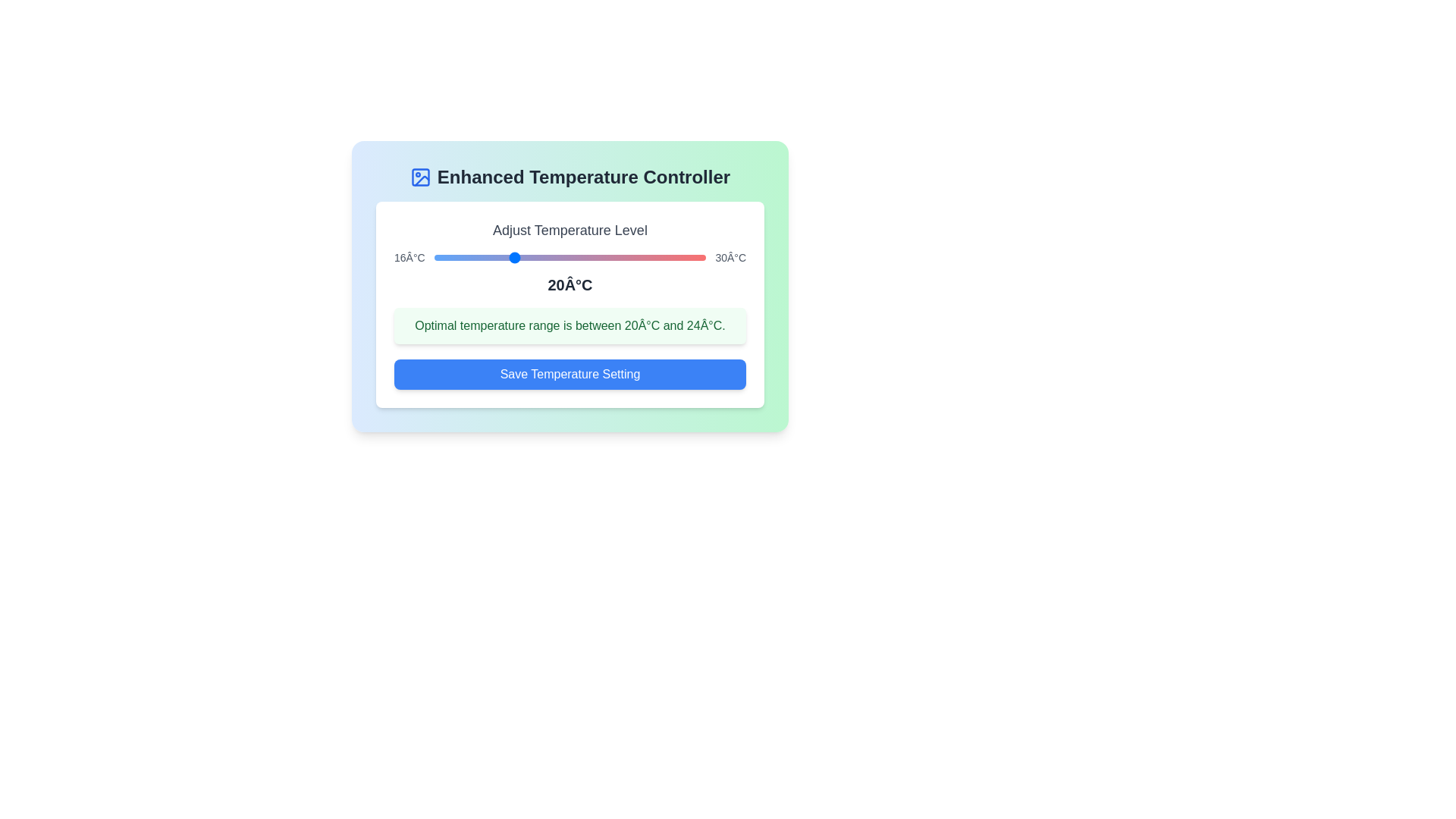  I want to click on the temperature to 18°C using the slider, so click(472, 256).